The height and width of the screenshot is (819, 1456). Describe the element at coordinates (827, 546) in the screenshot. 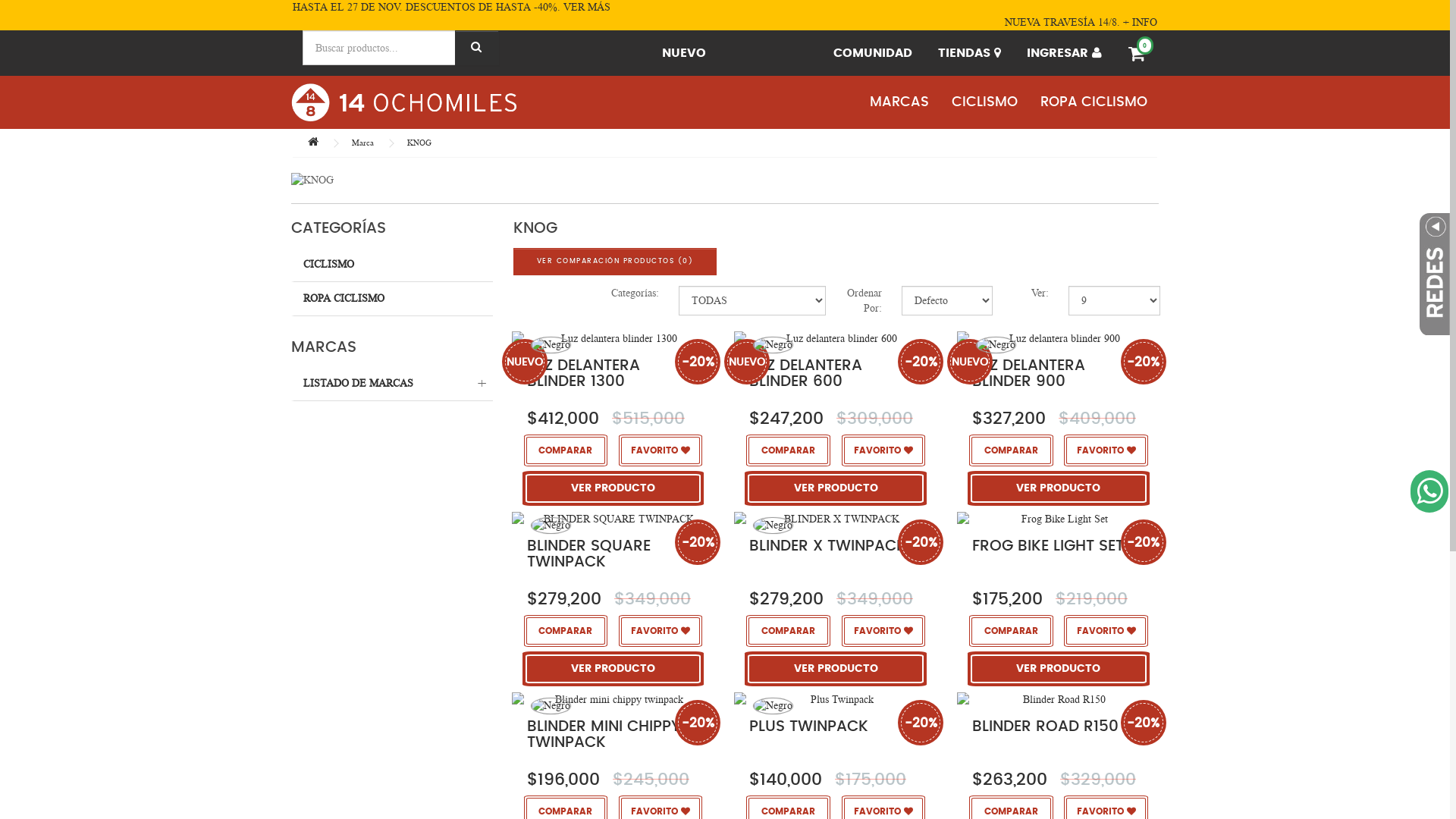

I see `'BLINDER X TWINPACK'` at that location.